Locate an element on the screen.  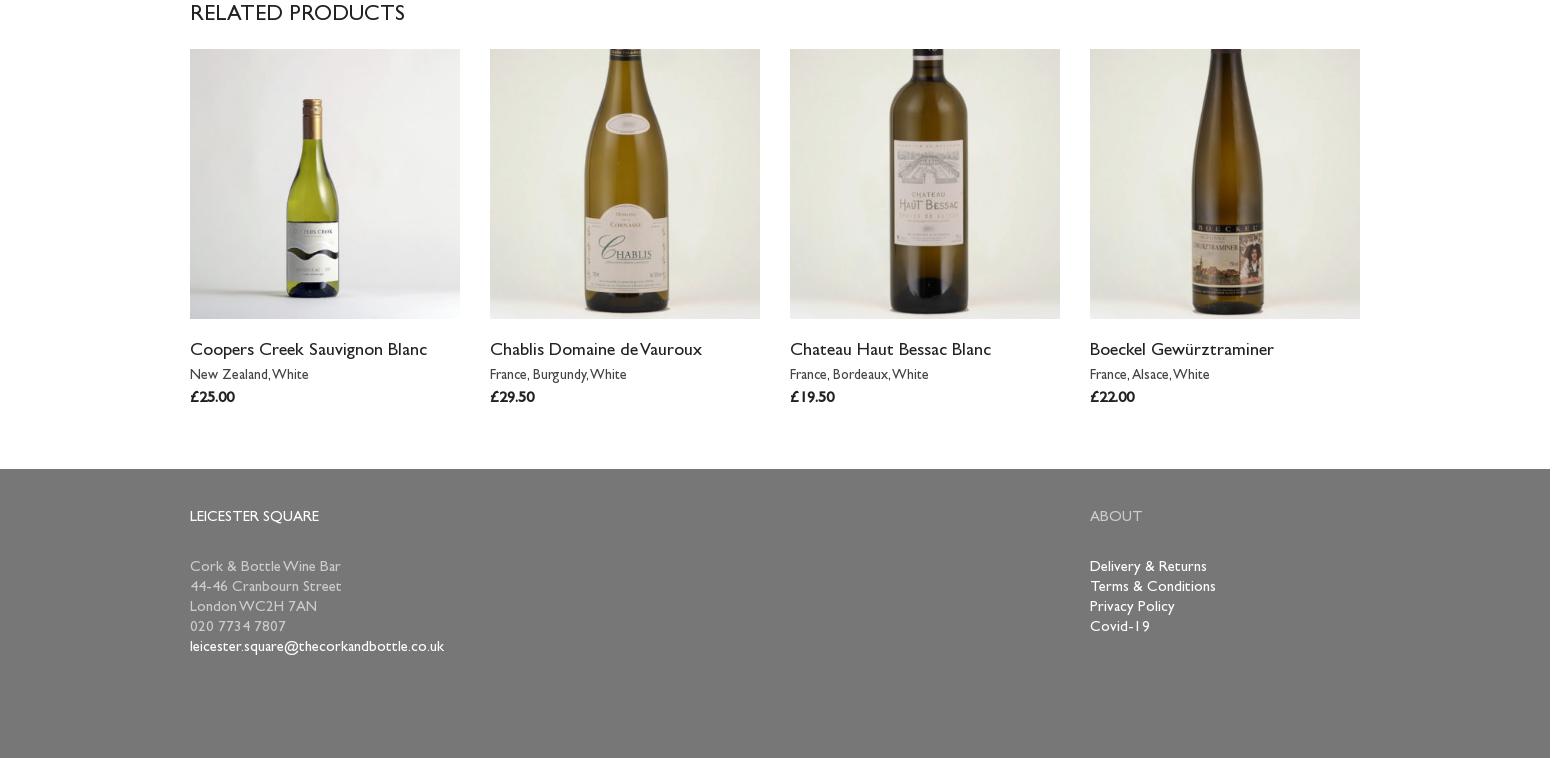
'Cork & Bottle Wine Bar' is located at coordinates (264, 567).